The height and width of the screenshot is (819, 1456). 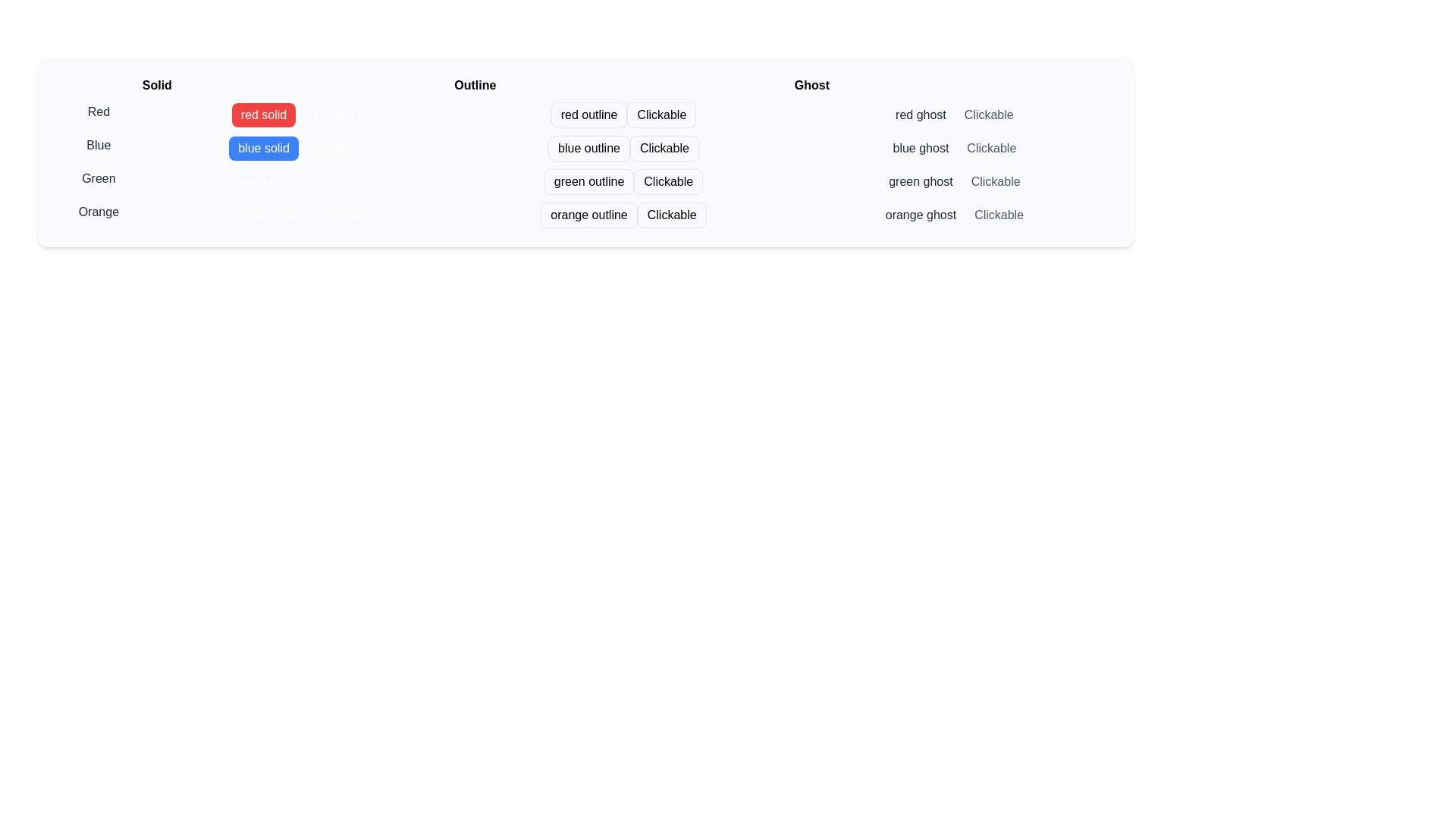 What do you see at coordinates (953, 177) in the screenshot?
I see `text displayed in the label that reads 'Clickable' in the 'Ghost' column of the table layout, which is the third entry in that column` at bounding box center [953, 177].